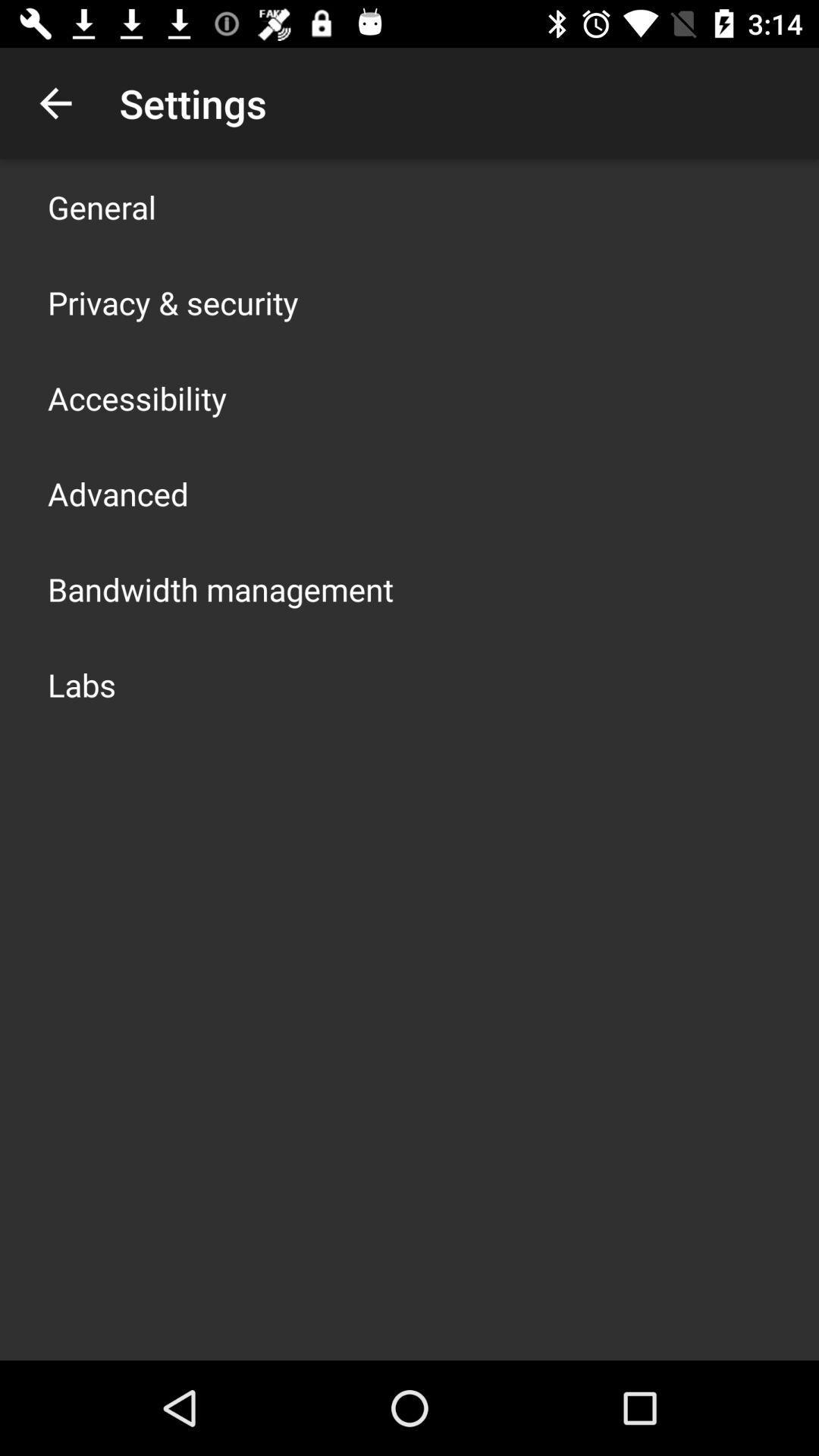 Image resolution: width=819 pixels, height=1456 pixels. Describe the element at coordinates (220, 588) in the screenshot. I see `icon below the advanced` at that location.